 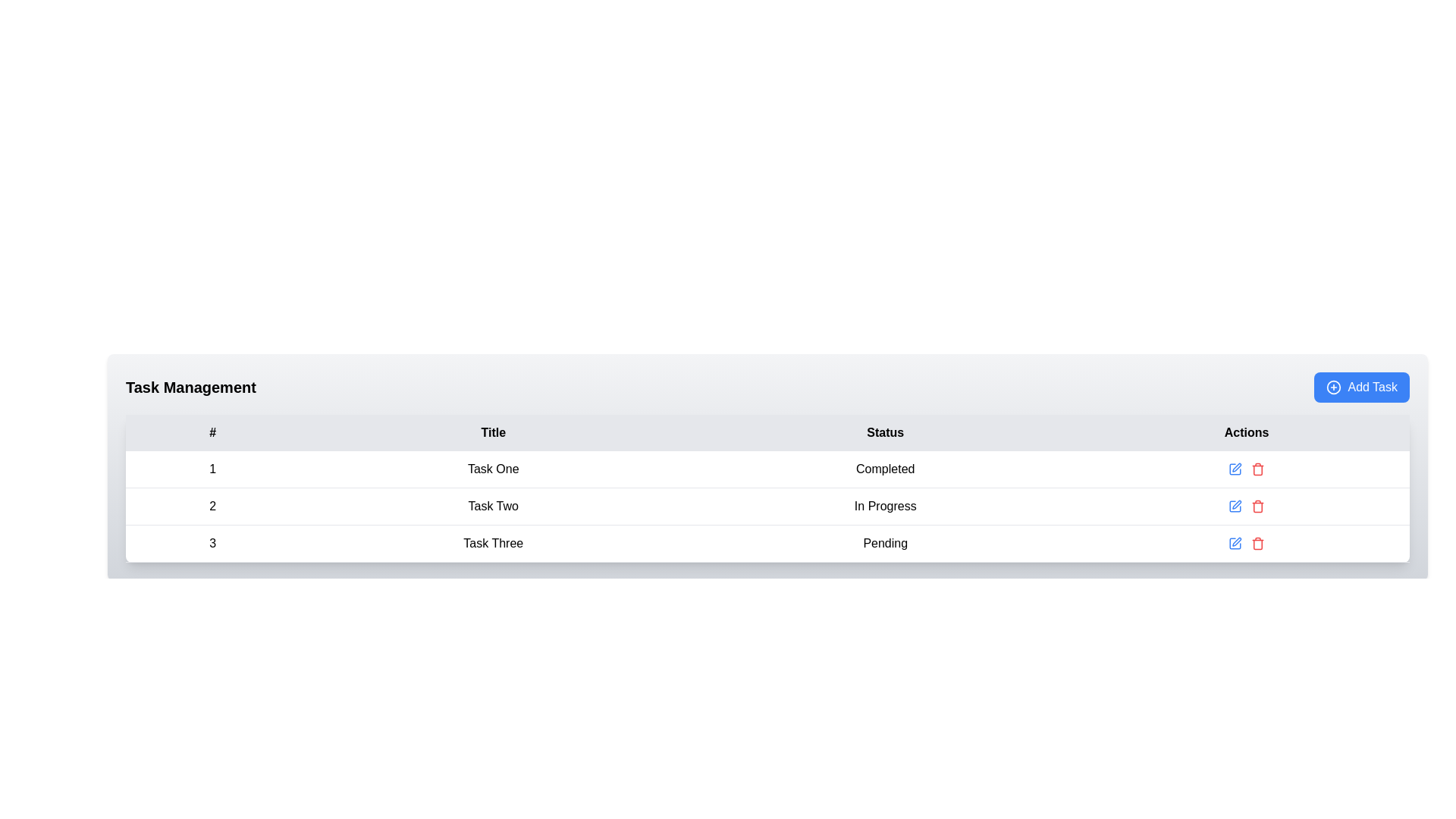 What do you see at coordinates (493, 543) in the screenshot?
I see `the static title of the third task in the task management table, located in the third row under the 'Title' column, which is positioned horizontally between '3' and 'Pending'` at bounding box center [493, 543].